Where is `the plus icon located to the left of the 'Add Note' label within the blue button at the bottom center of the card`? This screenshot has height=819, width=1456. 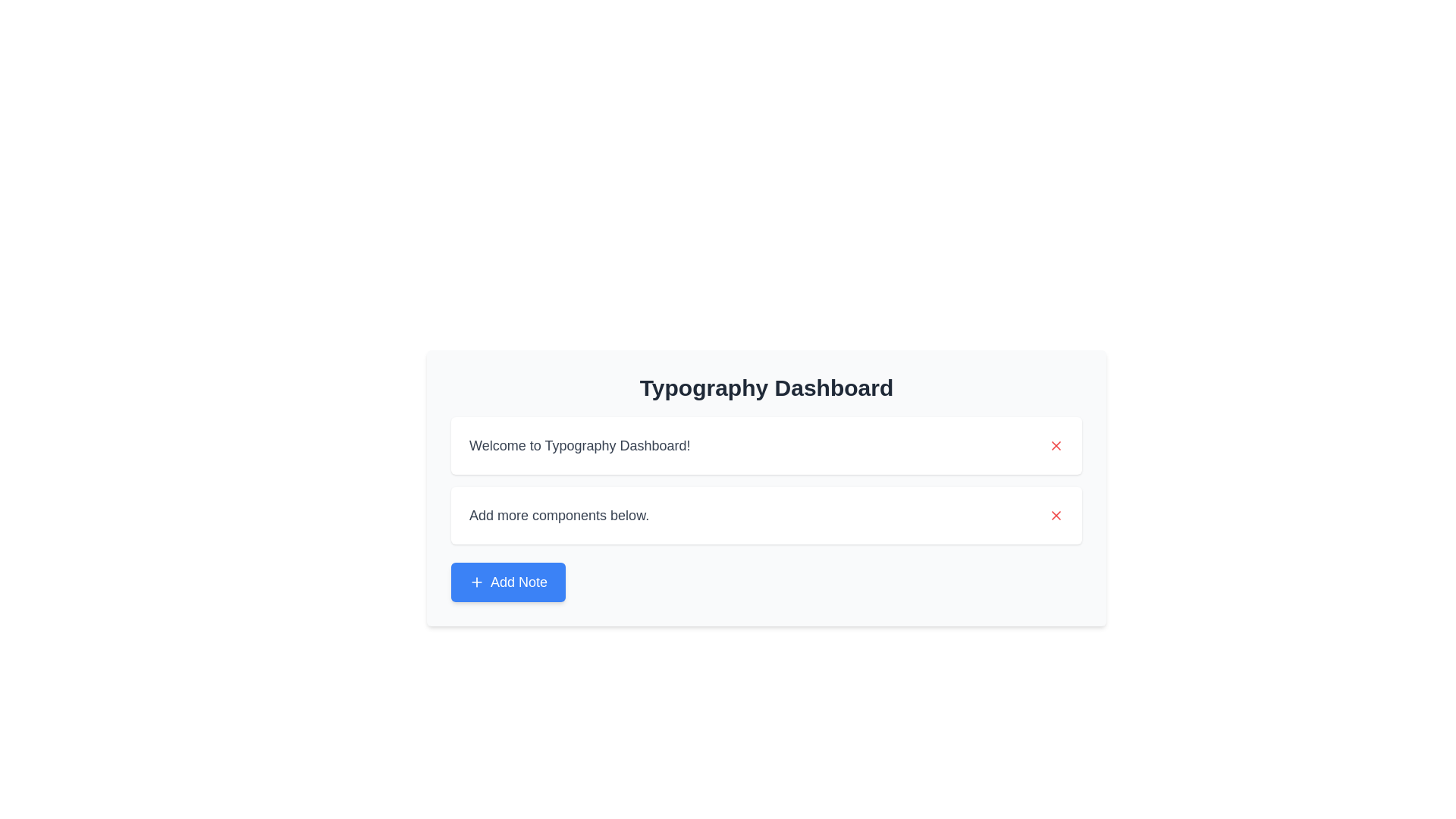 the plus icon located to the left of the 'Add Note' label within the blue button at the bottom center of the card is located at coordinates (475, 581).